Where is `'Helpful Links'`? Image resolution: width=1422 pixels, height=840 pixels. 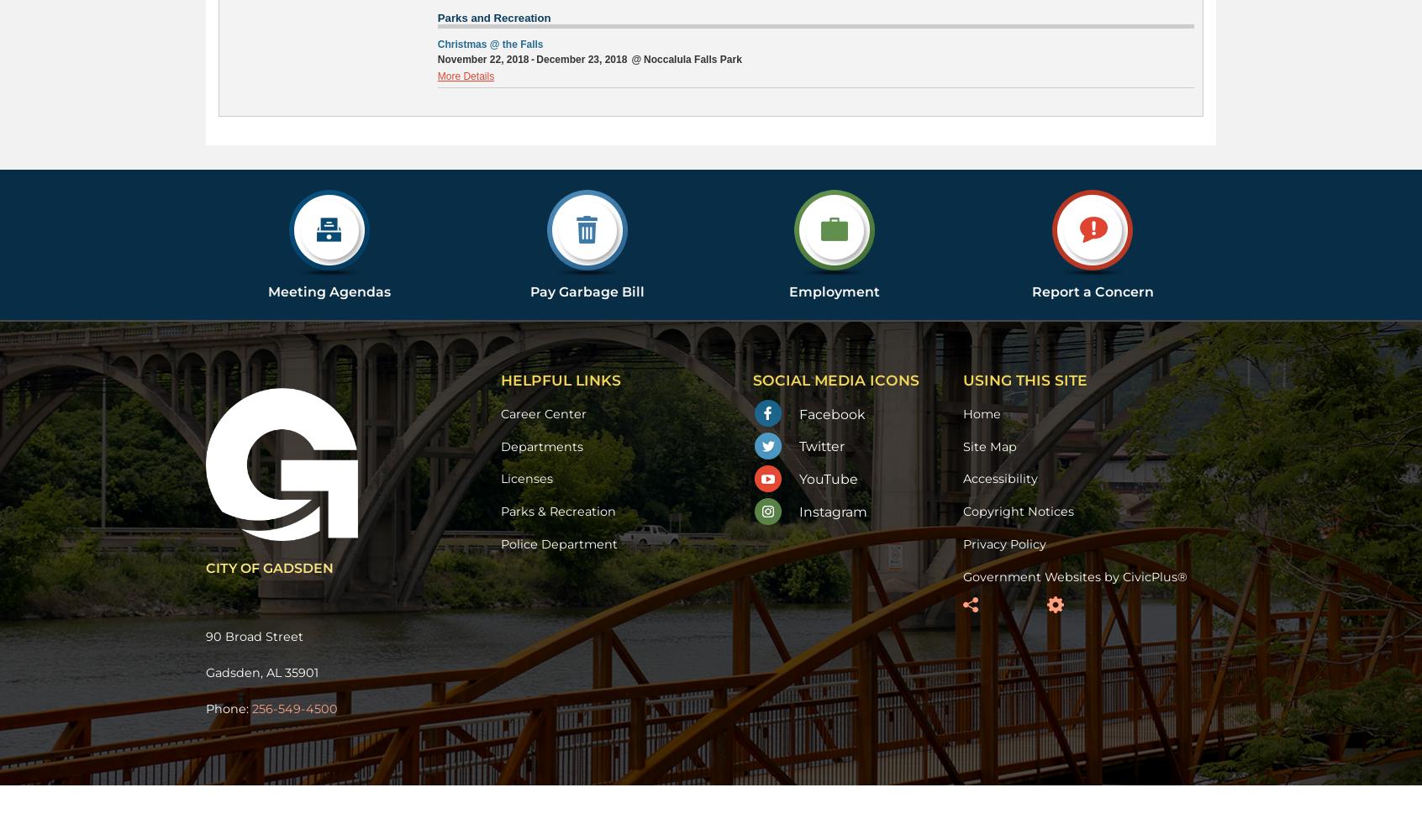
'Helpful Links' is located at coordinates (560, 379).